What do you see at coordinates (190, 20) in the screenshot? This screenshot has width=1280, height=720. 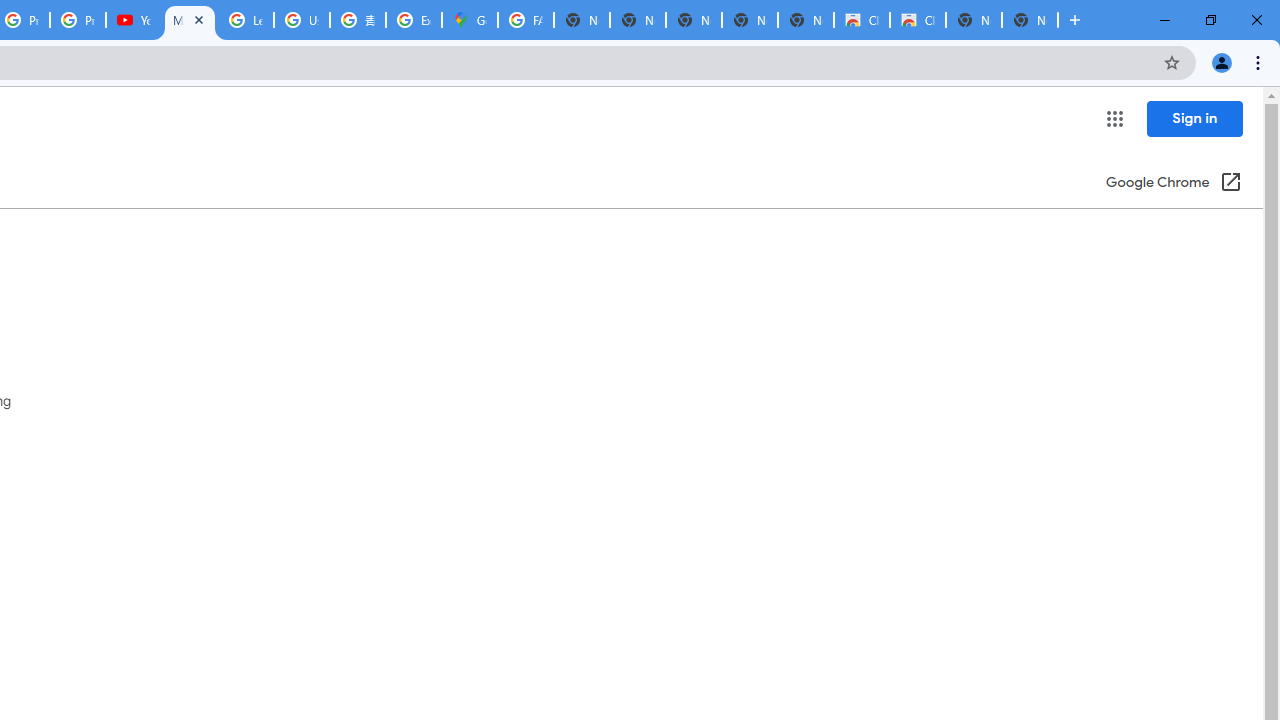 I see `'Manage passwords - Computer - Google Chrome Help'` at bounding box center [190, 20].